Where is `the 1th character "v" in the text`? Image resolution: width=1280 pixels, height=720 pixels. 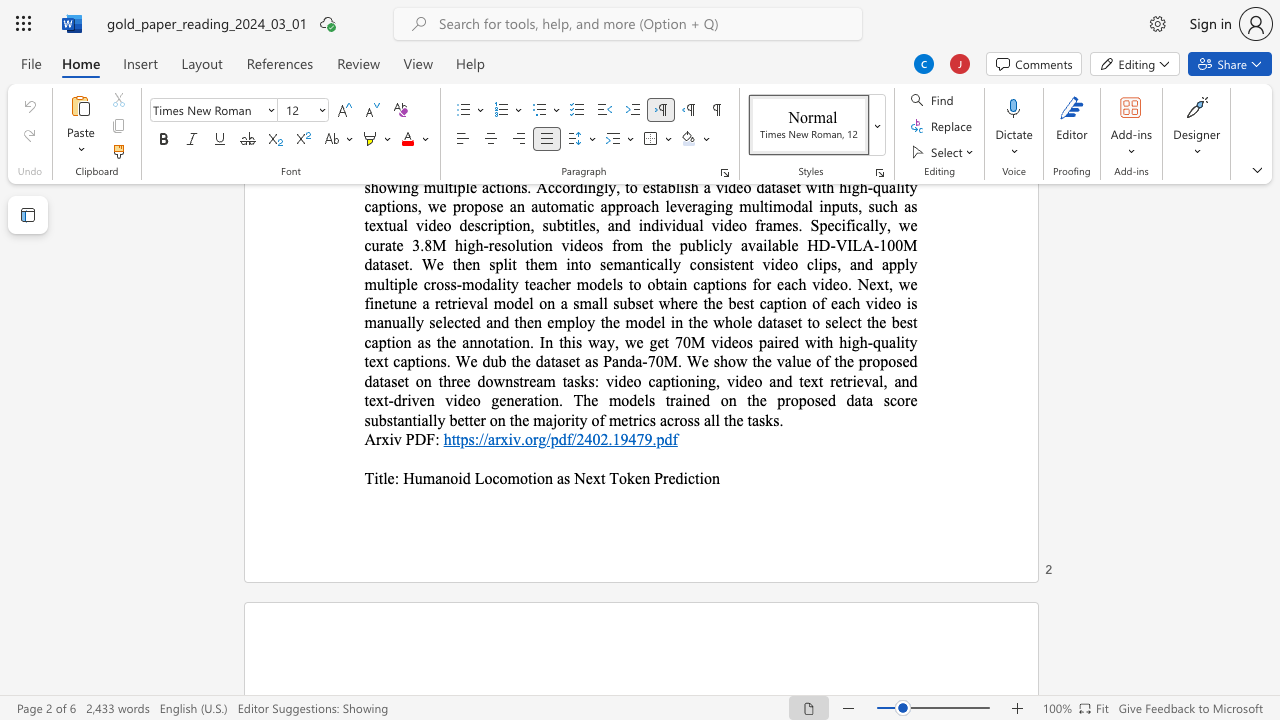 the 1th character "v" in the text is located at coordinates (397, 438).